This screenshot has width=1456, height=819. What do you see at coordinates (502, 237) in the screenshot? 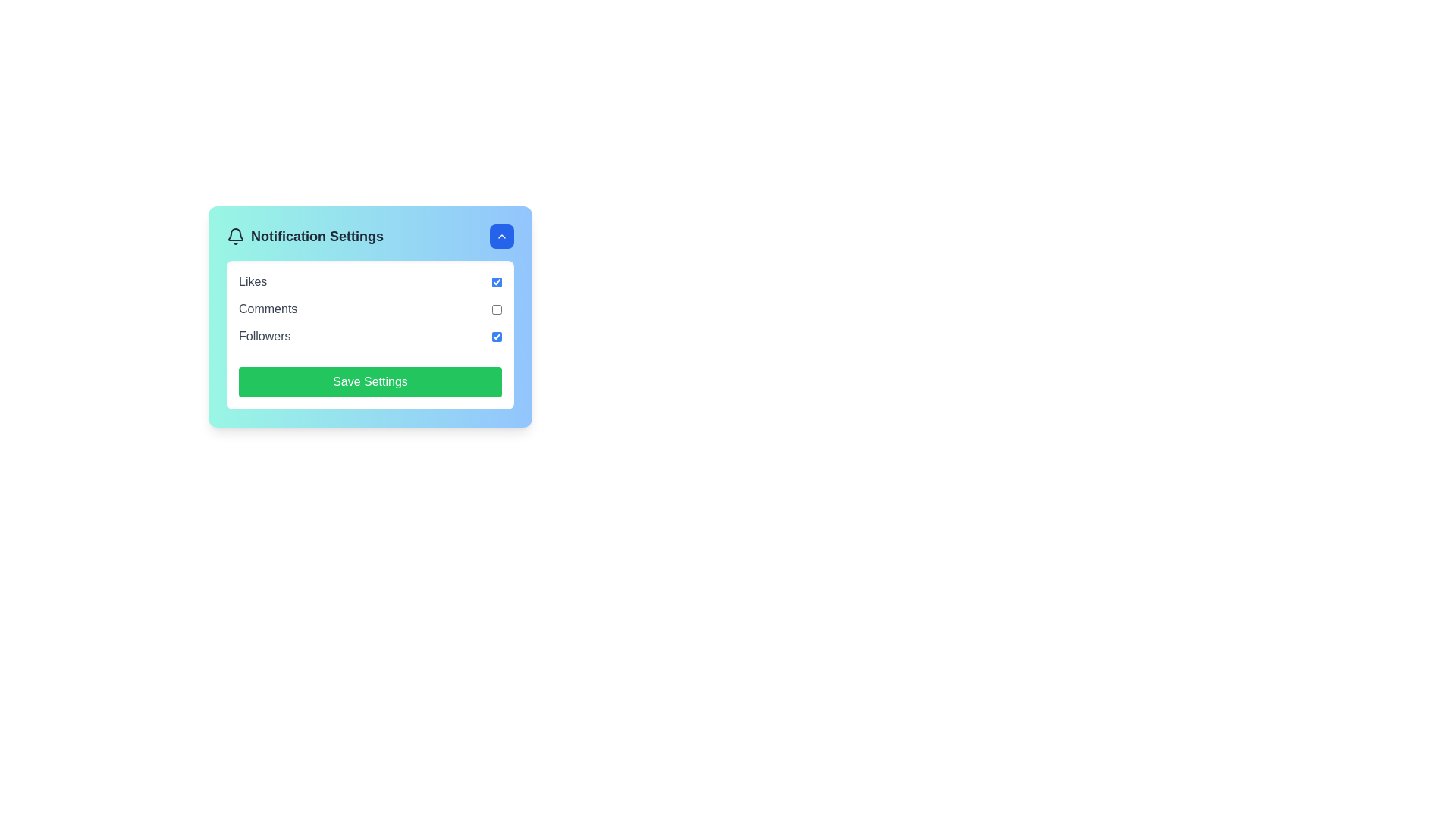
I see `the chevron icon located in the top-right corner of the settings panel` at bounding box center [502, 237].